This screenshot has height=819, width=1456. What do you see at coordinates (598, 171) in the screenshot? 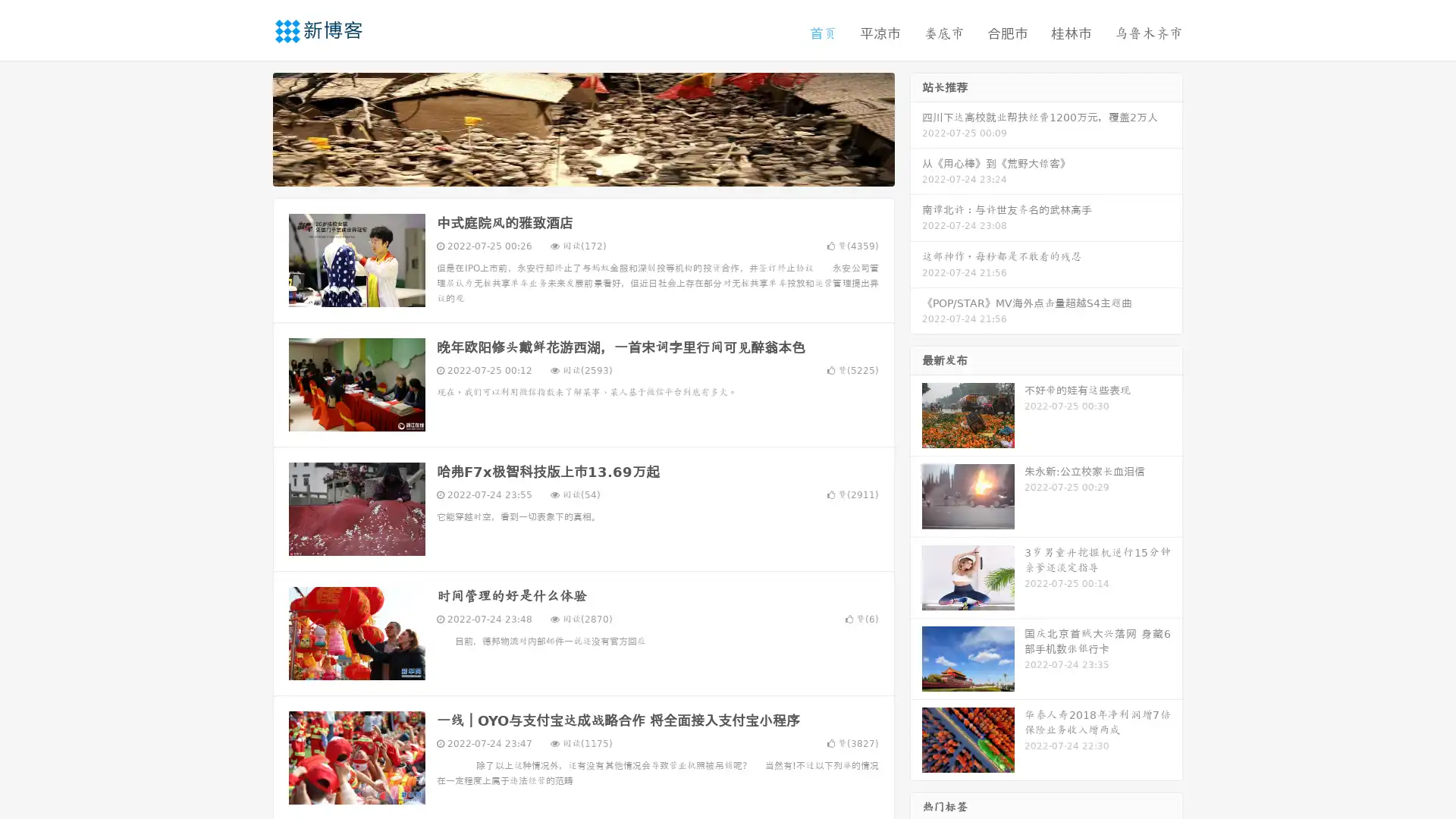
I see `Go to slide 3` at bounding box center [598, 171].